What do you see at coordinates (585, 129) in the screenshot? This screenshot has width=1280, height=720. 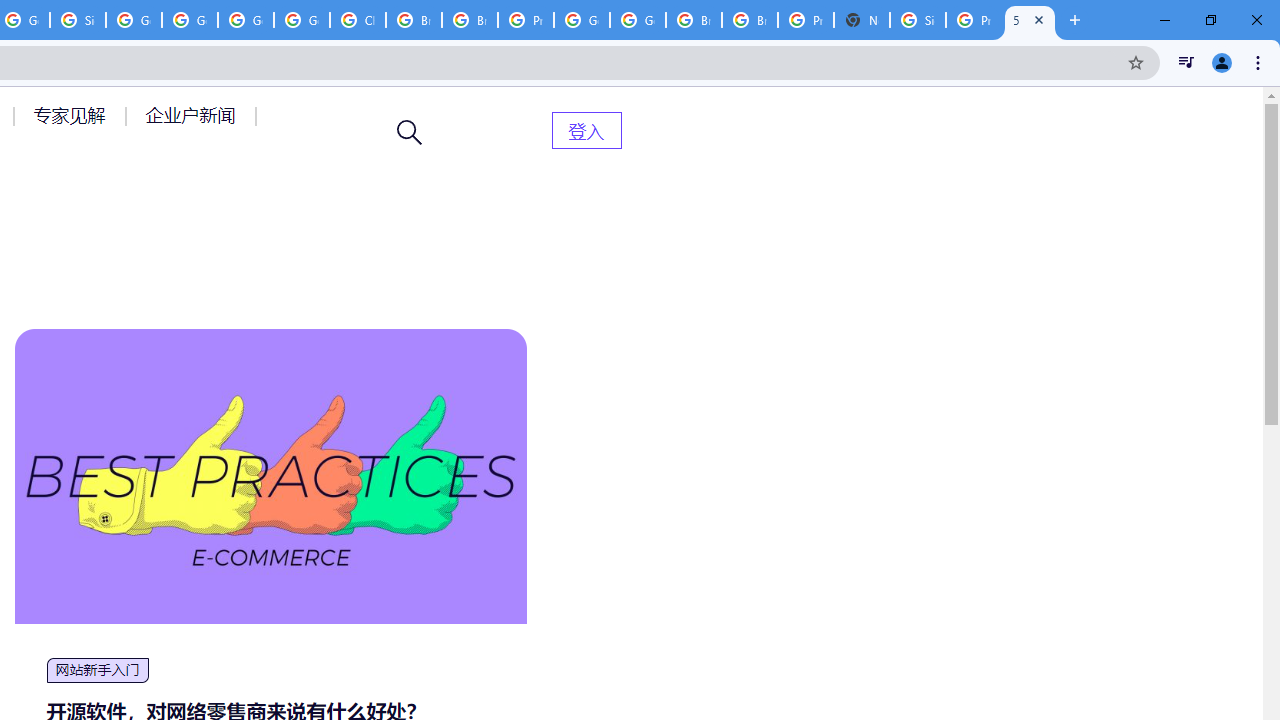 I see `'AutomationID: menu-item-82399'` at bounding box center [585, 129].